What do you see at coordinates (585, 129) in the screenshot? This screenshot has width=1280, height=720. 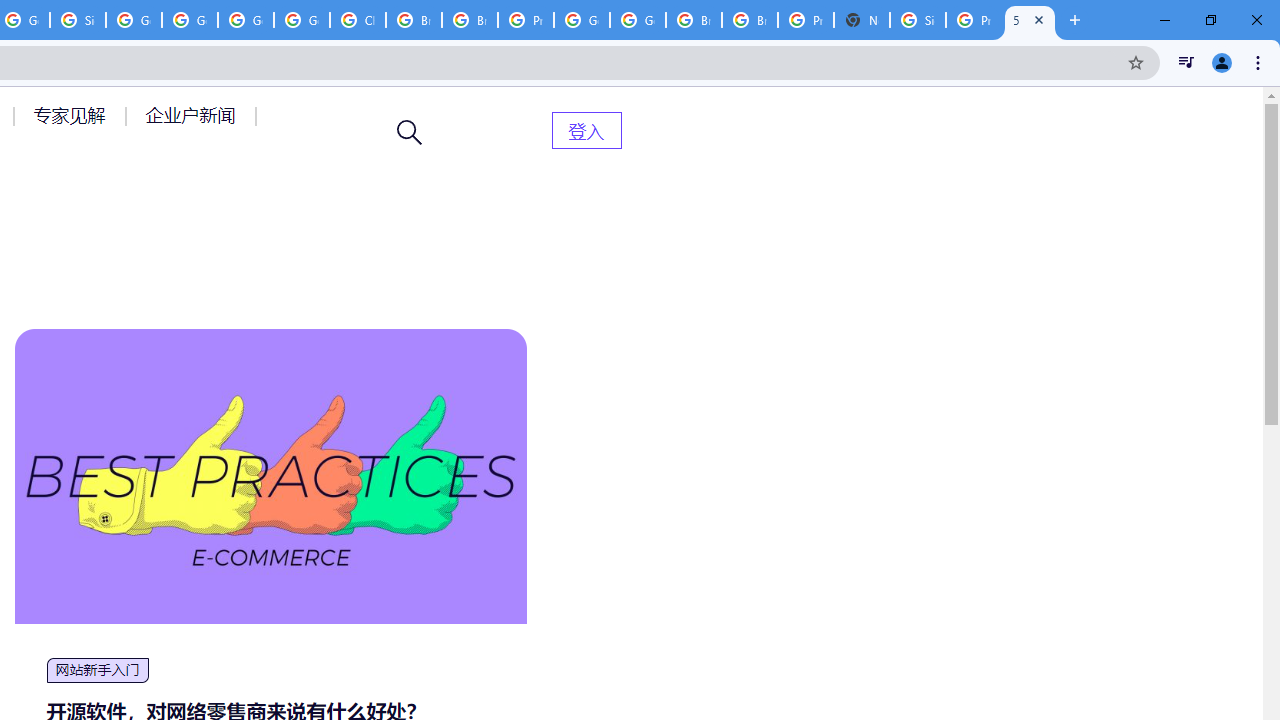 I see `'AutomationID: menu-item-82399'` at bounding box center [585, 129].